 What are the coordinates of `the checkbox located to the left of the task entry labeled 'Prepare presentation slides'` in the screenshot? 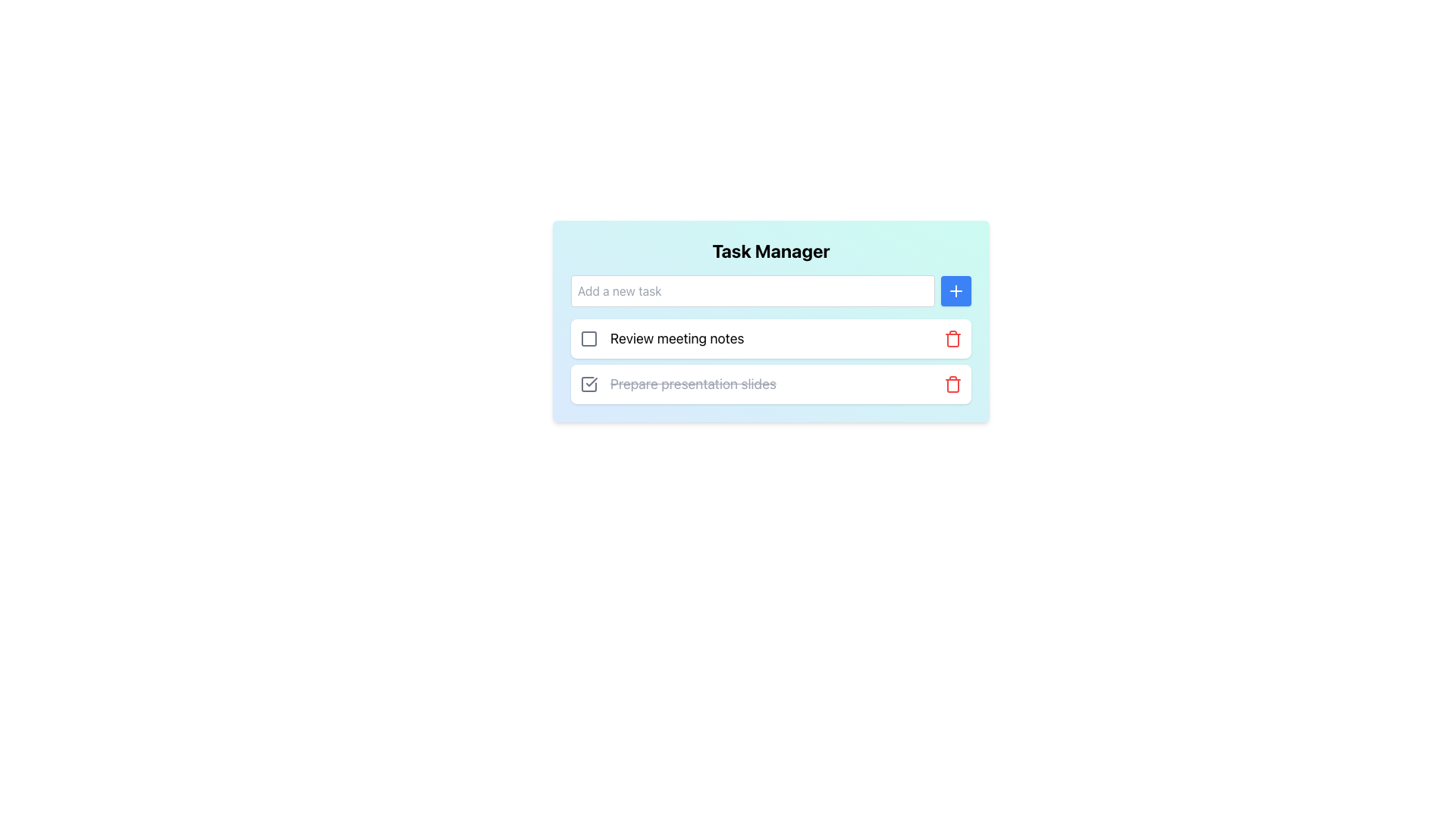 It's located at (588, 383).